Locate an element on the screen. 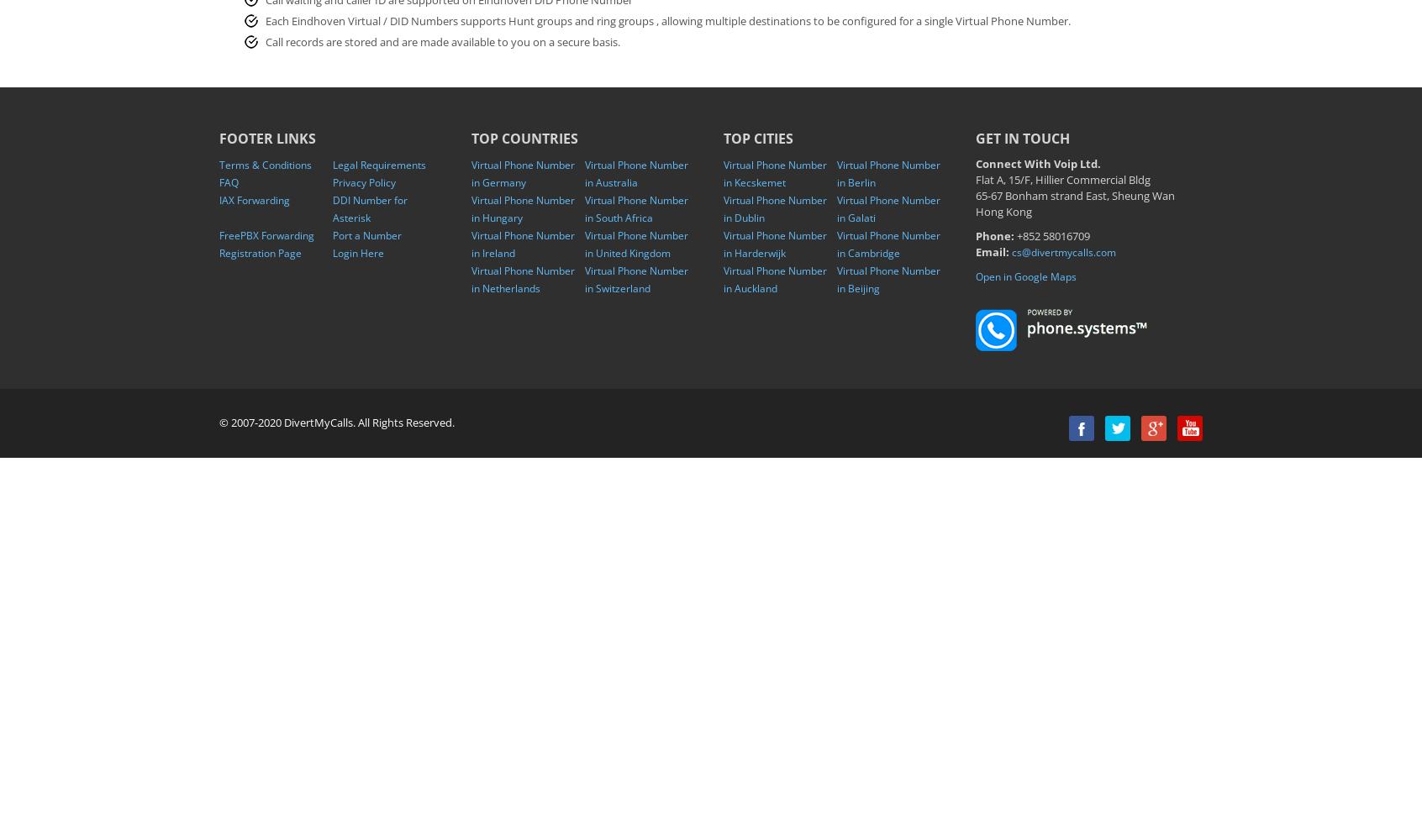 This screenshot has height=840, width=1422. '+852 58016709' is located at coordinates (1052, 236).